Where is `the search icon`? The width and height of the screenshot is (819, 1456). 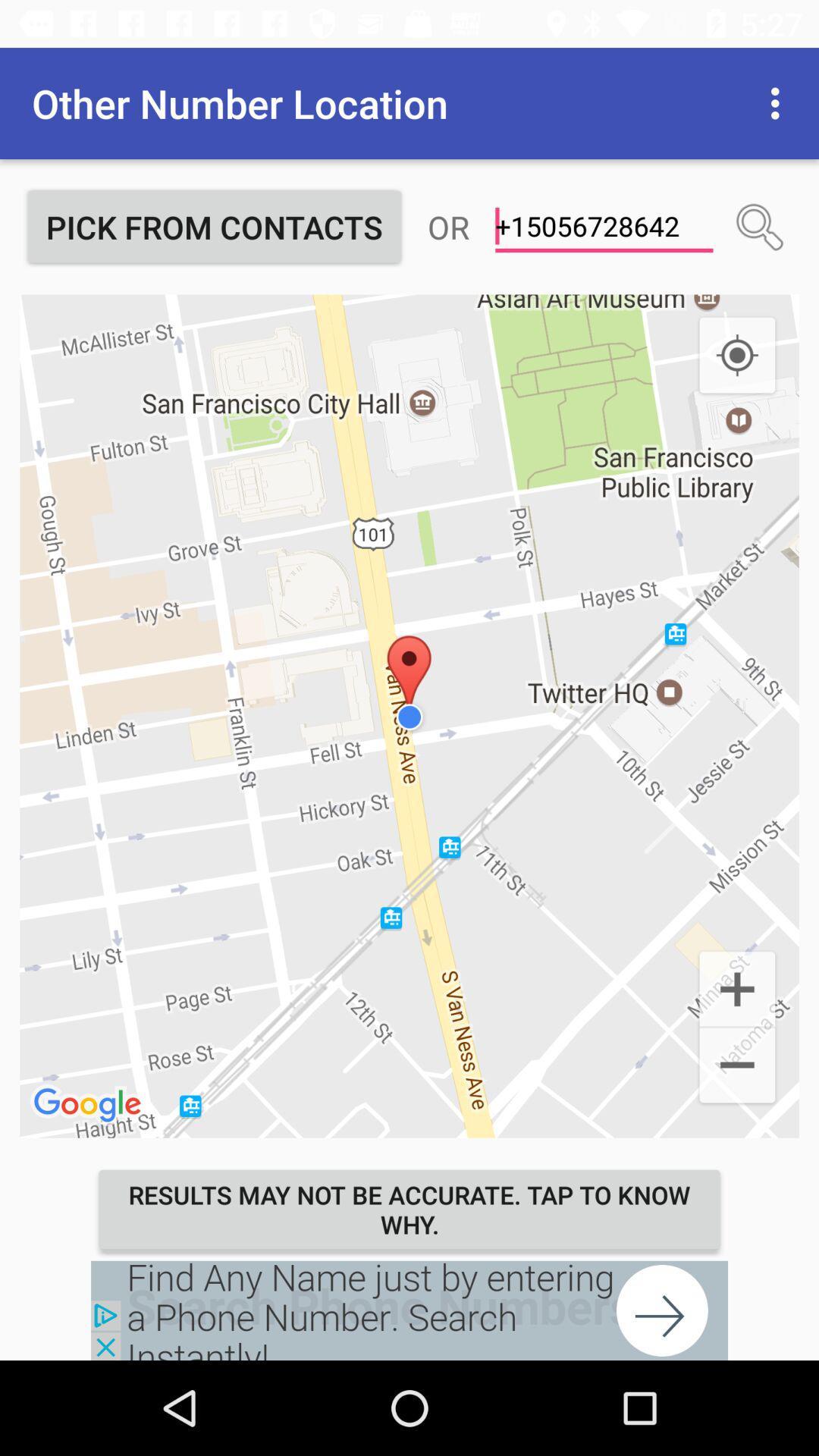 the search icon is located at coordinates (760, 226).